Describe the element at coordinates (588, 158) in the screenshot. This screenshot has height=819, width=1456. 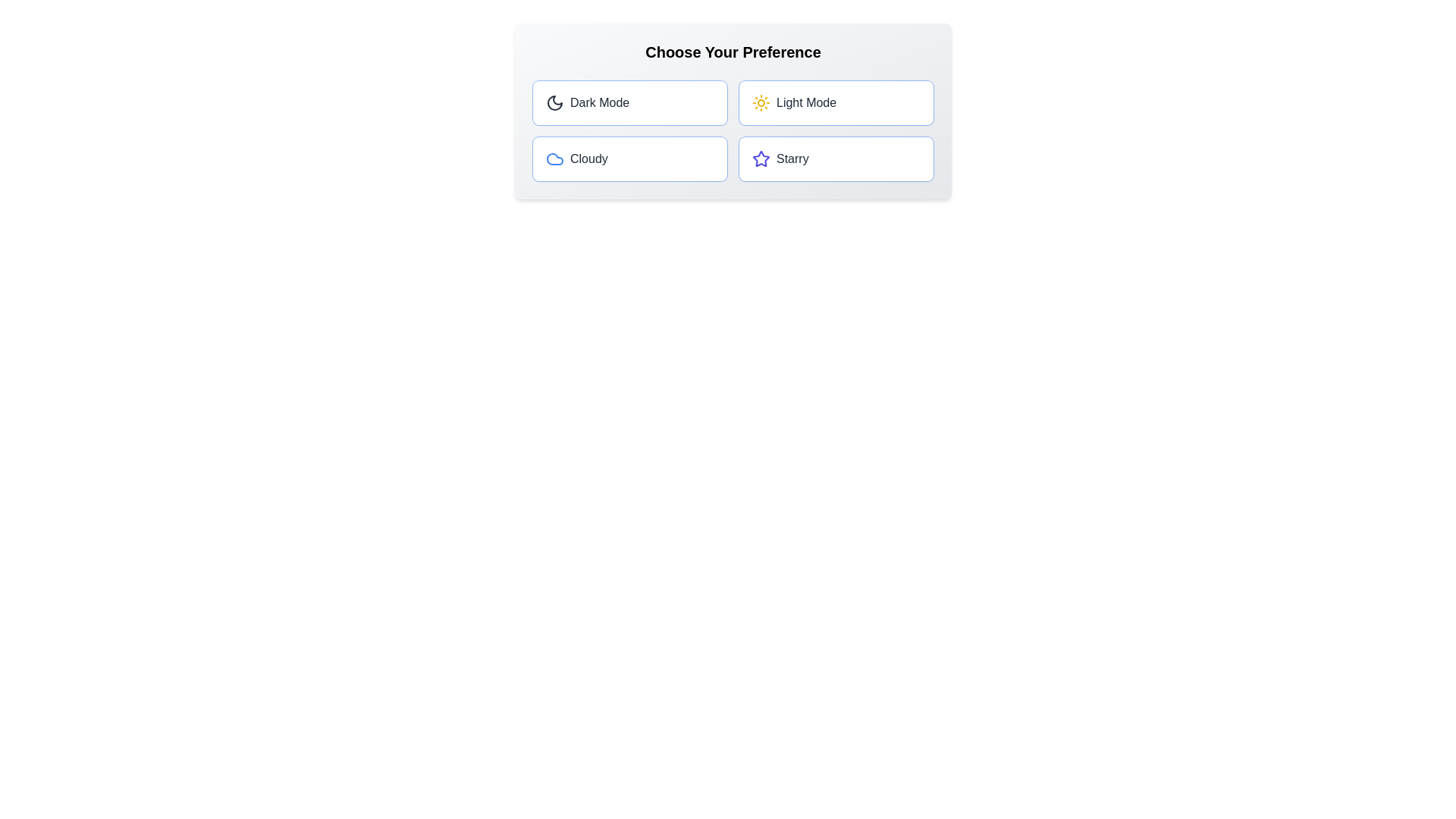
I see `the text label displaying 'Cloudy' in gray color, located next to the cloud icon in the second row of the layout` at that location.